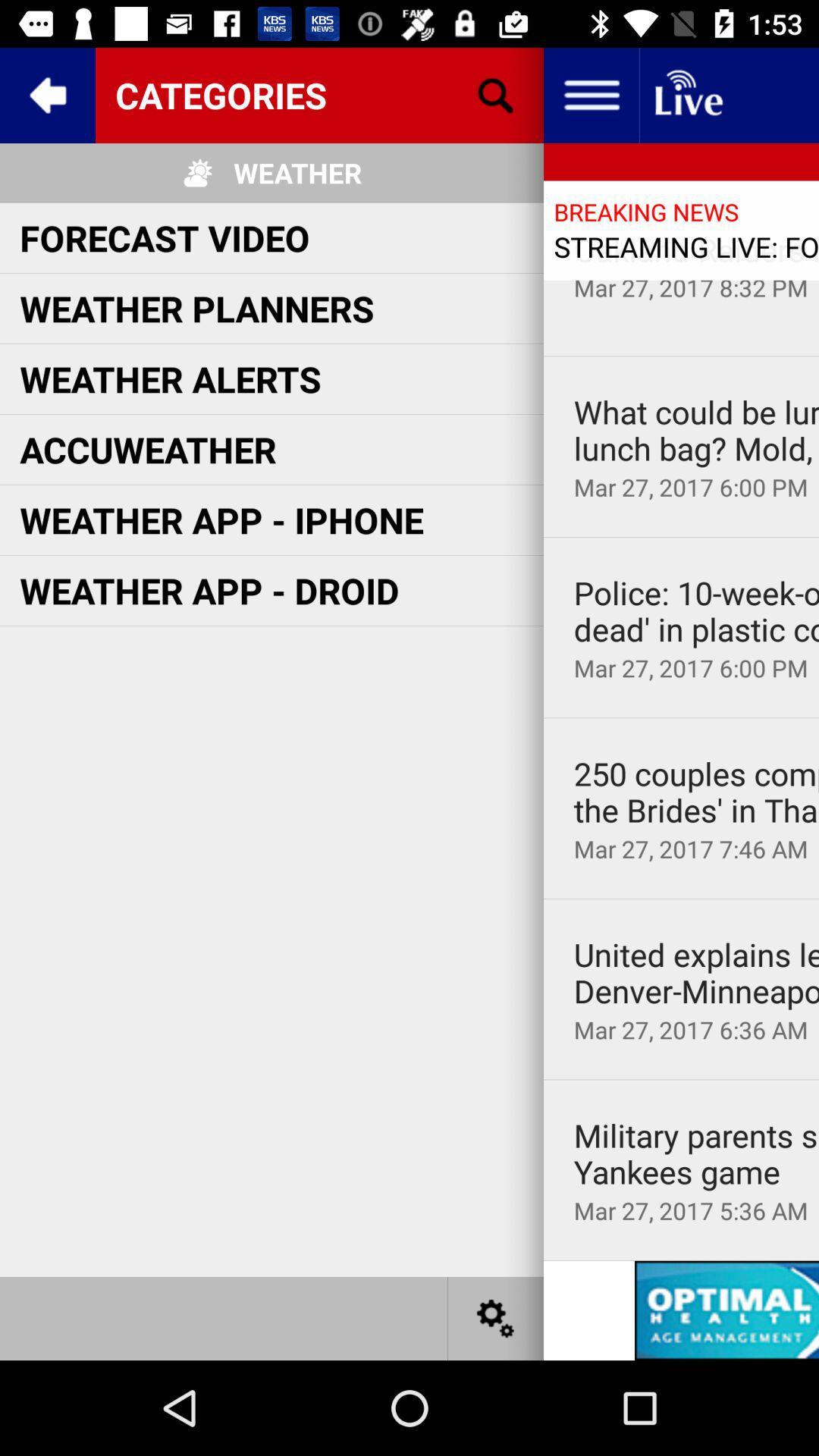 The image size is (819, 1456). Describe the element at coordinates (696, 791) in the screenshot. I see `250 couples compete icon` at that location.